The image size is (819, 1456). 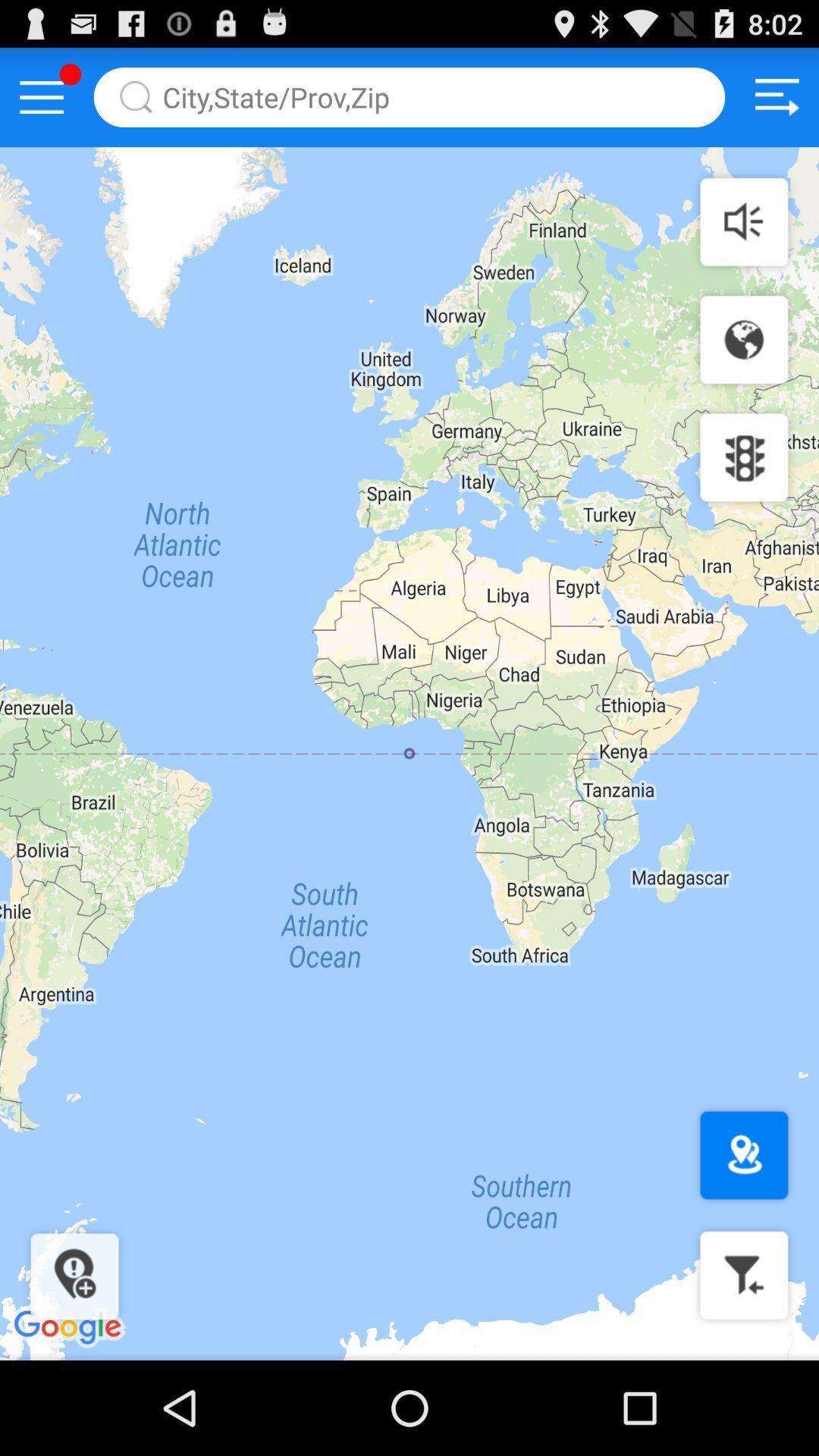 I want to click on the sliders icon, so click(x=777, y=103).